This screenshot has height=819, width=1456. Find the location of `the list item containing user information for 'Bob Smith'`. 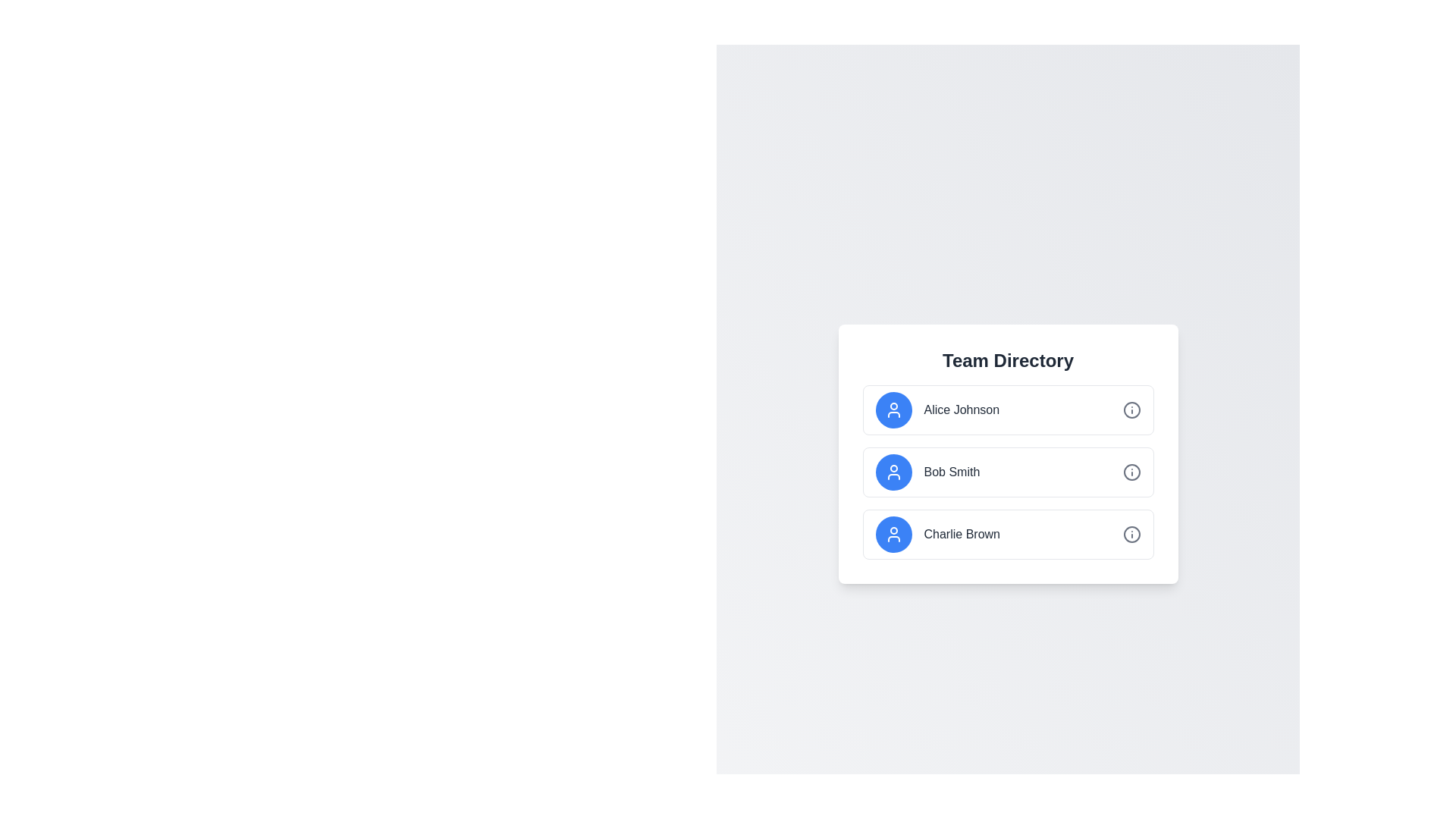

the list item containing user information for 'Bob Smith' is located at coordinates (1008, 472).